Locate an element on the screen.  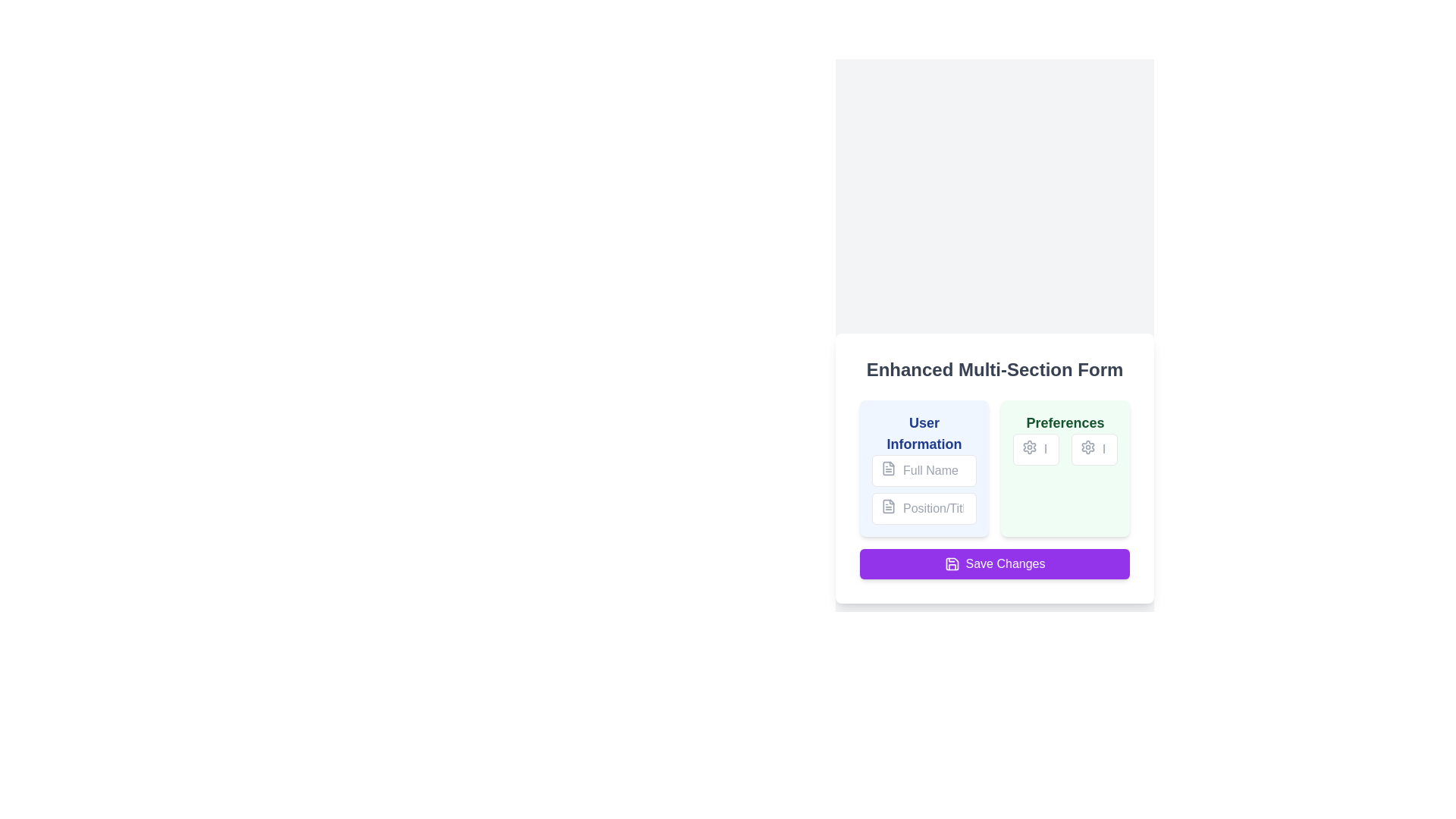
the document/file icon located next to the 'Position/Title' text field in the 'User Information' section of the form is located at coordinates (888, 506).